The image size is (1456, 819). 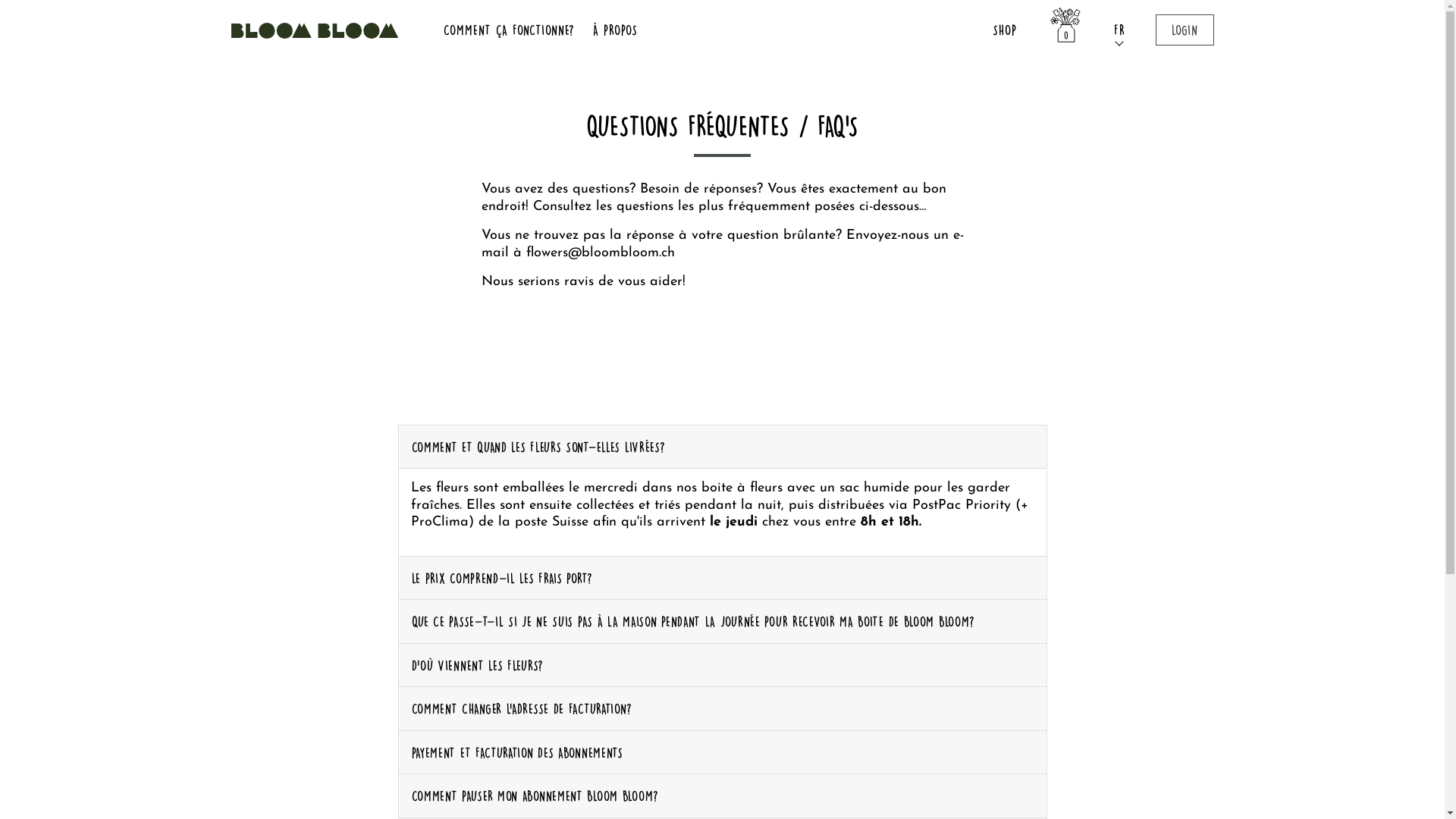 What do you see at coordinates (722, 578) in the screenshot?
I see `'LE PRIX COMPREND-IL LES FRAIS PORT?'` at bounding box center [722, 578].